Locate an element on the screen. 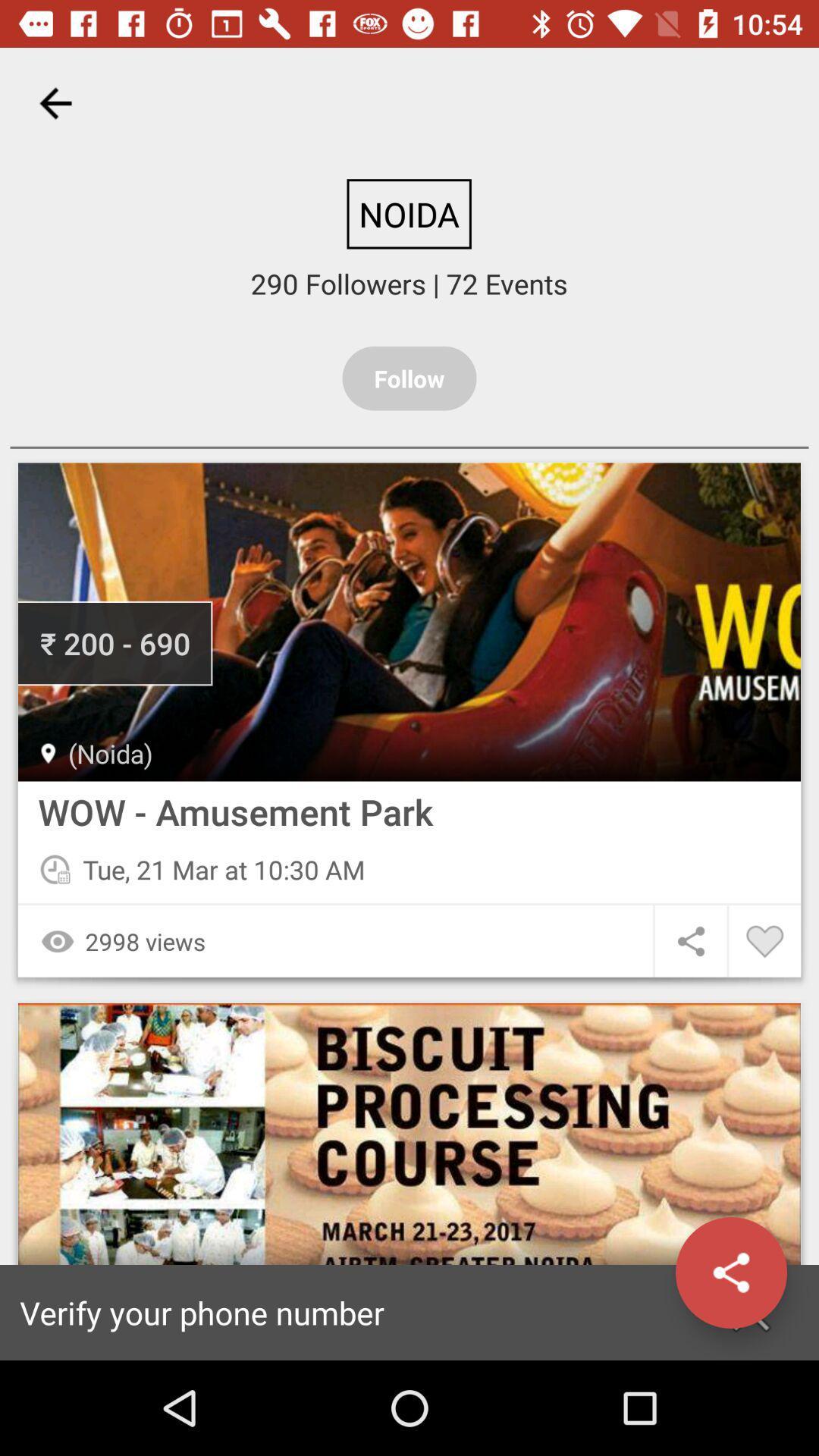 This screenshot has width=819, height=1456. the image is located at coordinates (409, 622).